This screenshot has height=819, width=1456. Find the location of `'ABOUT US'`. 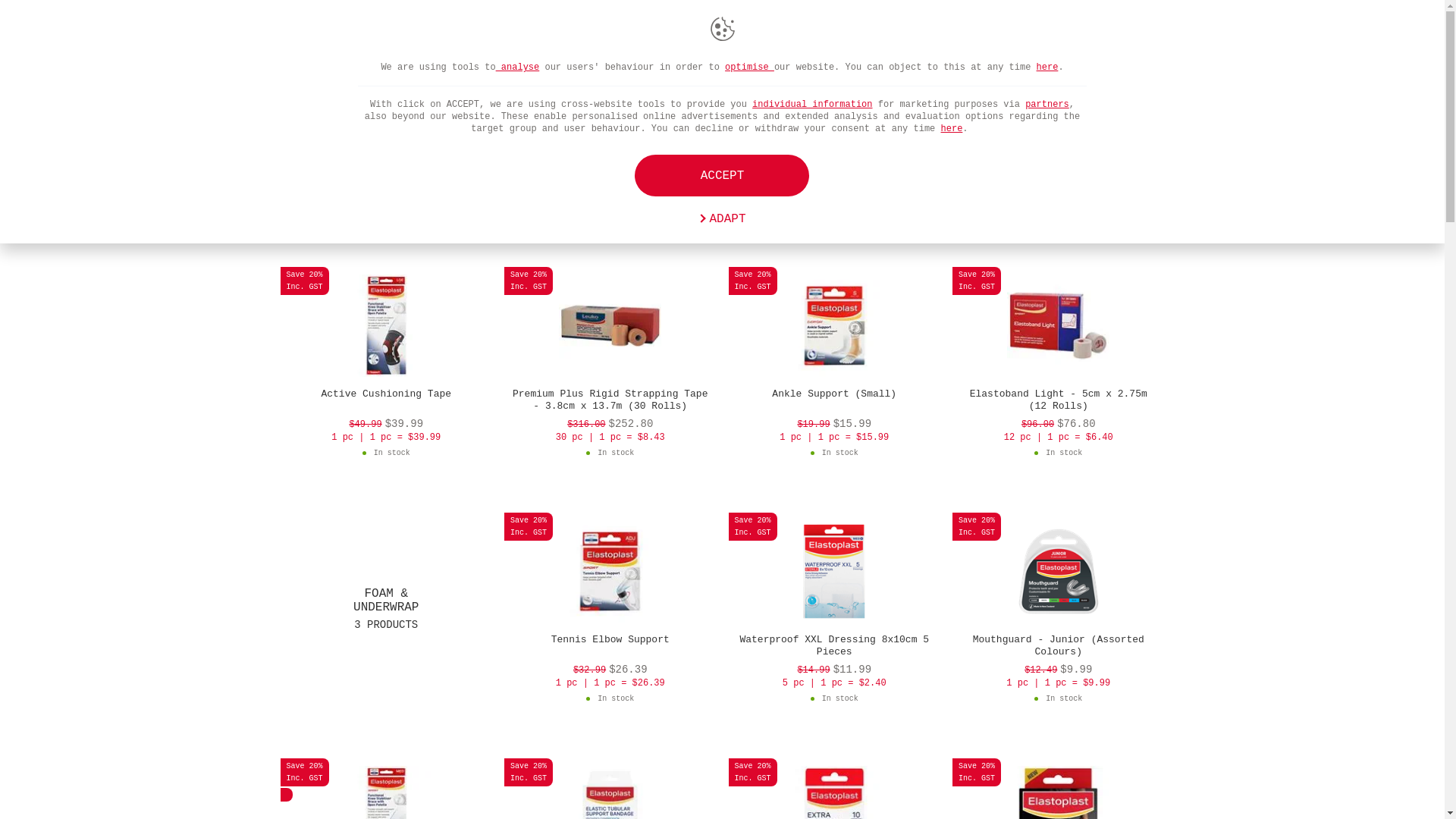

'ABOUT US' is located at coordinates (728, 32).